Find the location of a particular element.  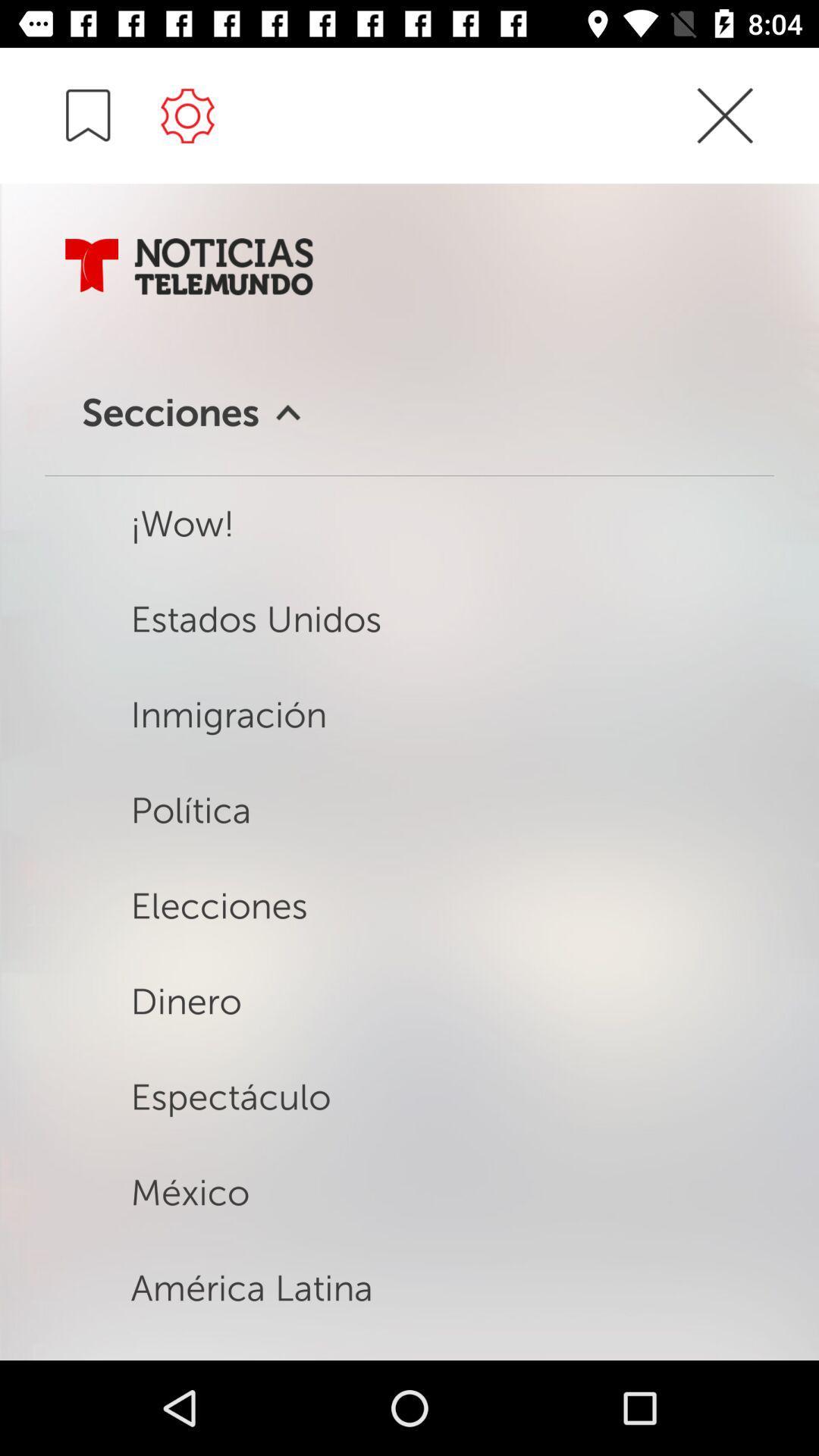

the bookmark icon is located at coordinates (92, 266).